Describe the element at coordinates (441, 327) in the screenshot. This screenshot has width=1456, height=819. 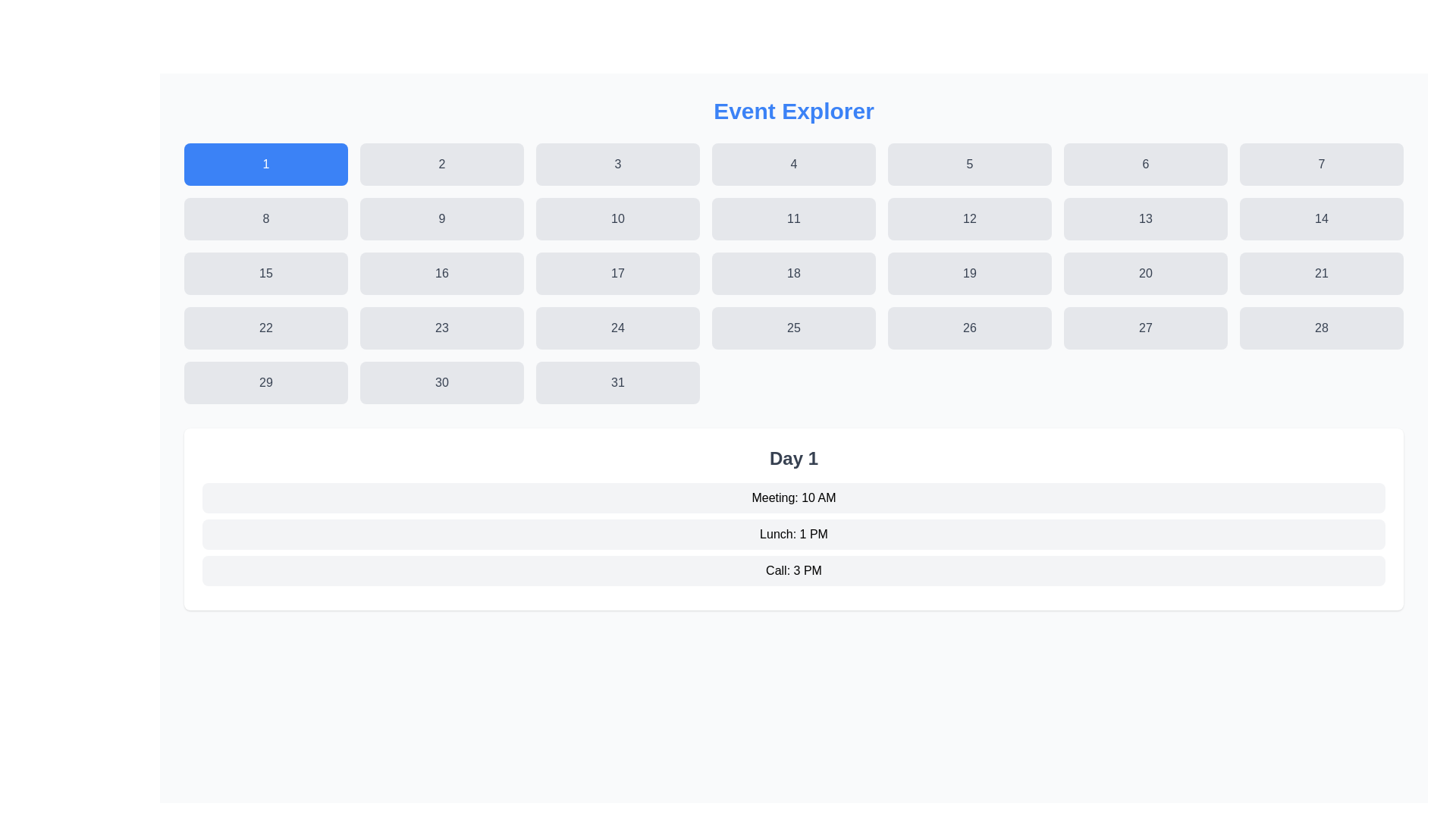
I see `the selectable day button in the calendar grid that represents the day '23'` at that location.